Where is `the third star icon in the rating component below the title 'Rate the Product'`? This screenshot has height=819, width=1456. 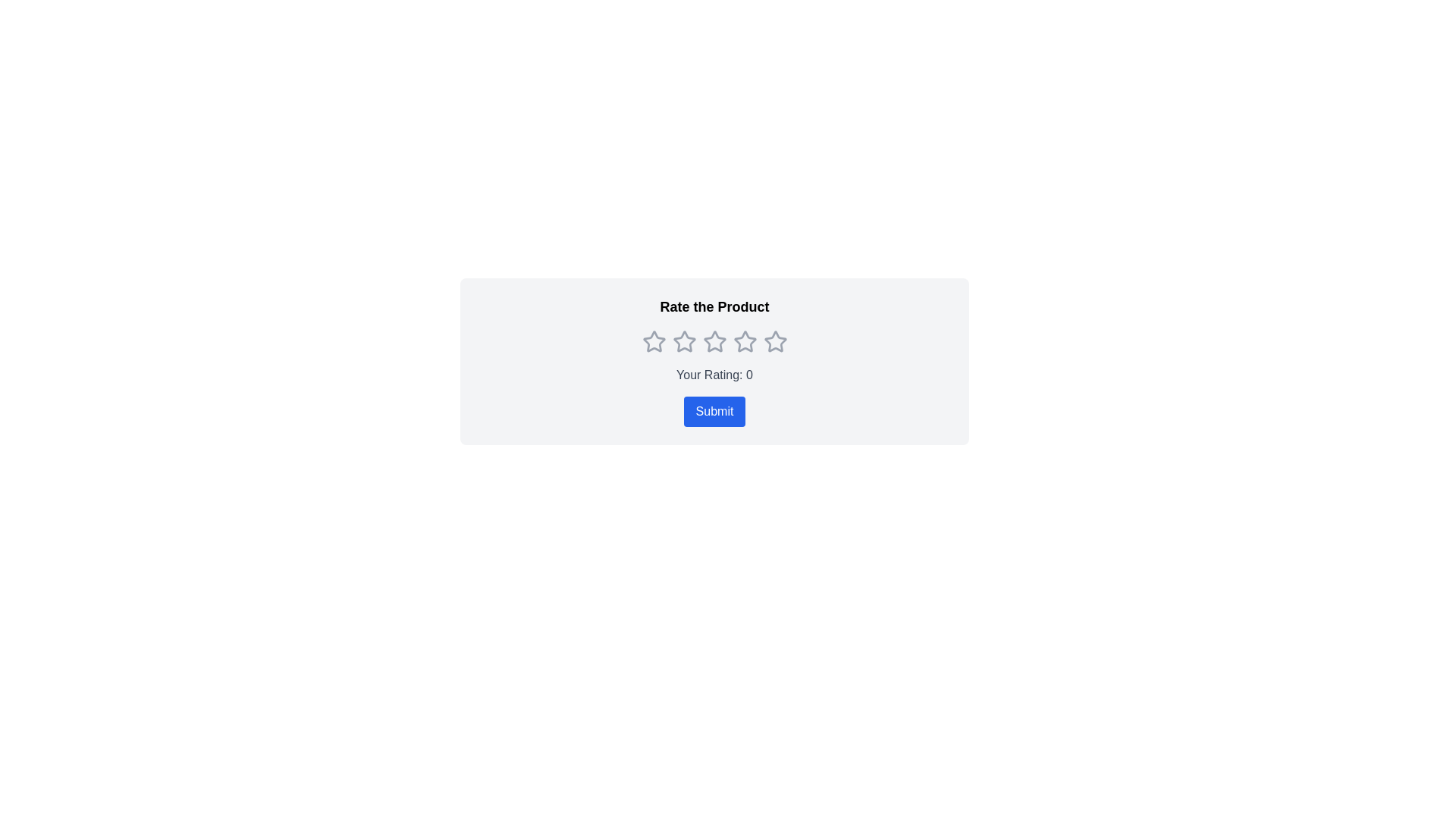 the third star icon in the rating component below the title 'Rate the Product' is located at coordinates (745, 341).